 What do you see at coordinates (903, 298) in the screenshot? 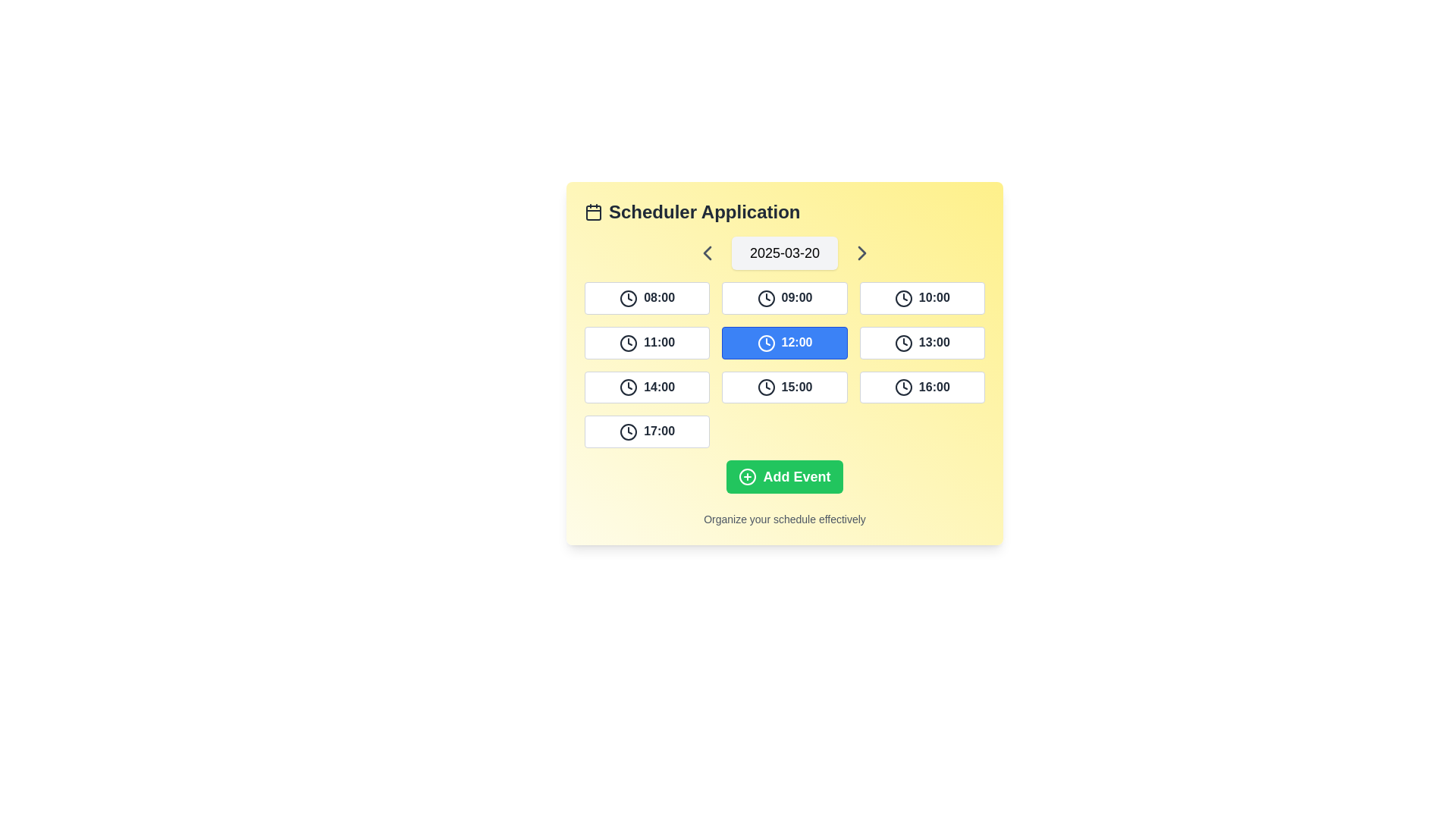
I see `the clock icon located within the '10:00' time slot button, which features a minimalistic design with a circular outline and clock hands` at bounding box center [903, 298].